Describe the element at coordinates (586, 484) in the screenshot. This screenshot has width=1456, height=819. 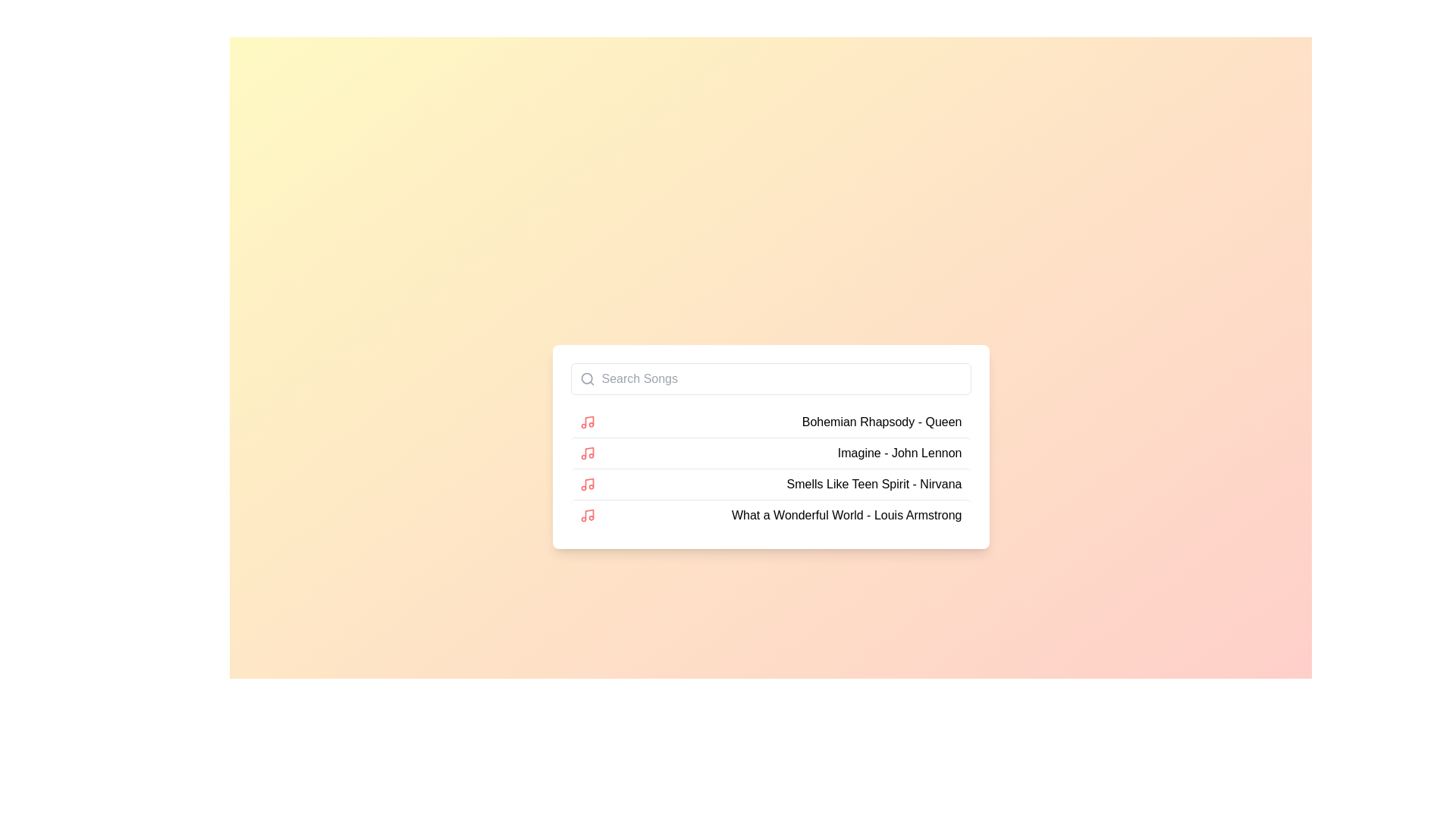
I see `the red musical note SVG icon located to the left of the song title 'Smells Like Teen Spirit - Nirvana' in the third item row of the song list` at that location.